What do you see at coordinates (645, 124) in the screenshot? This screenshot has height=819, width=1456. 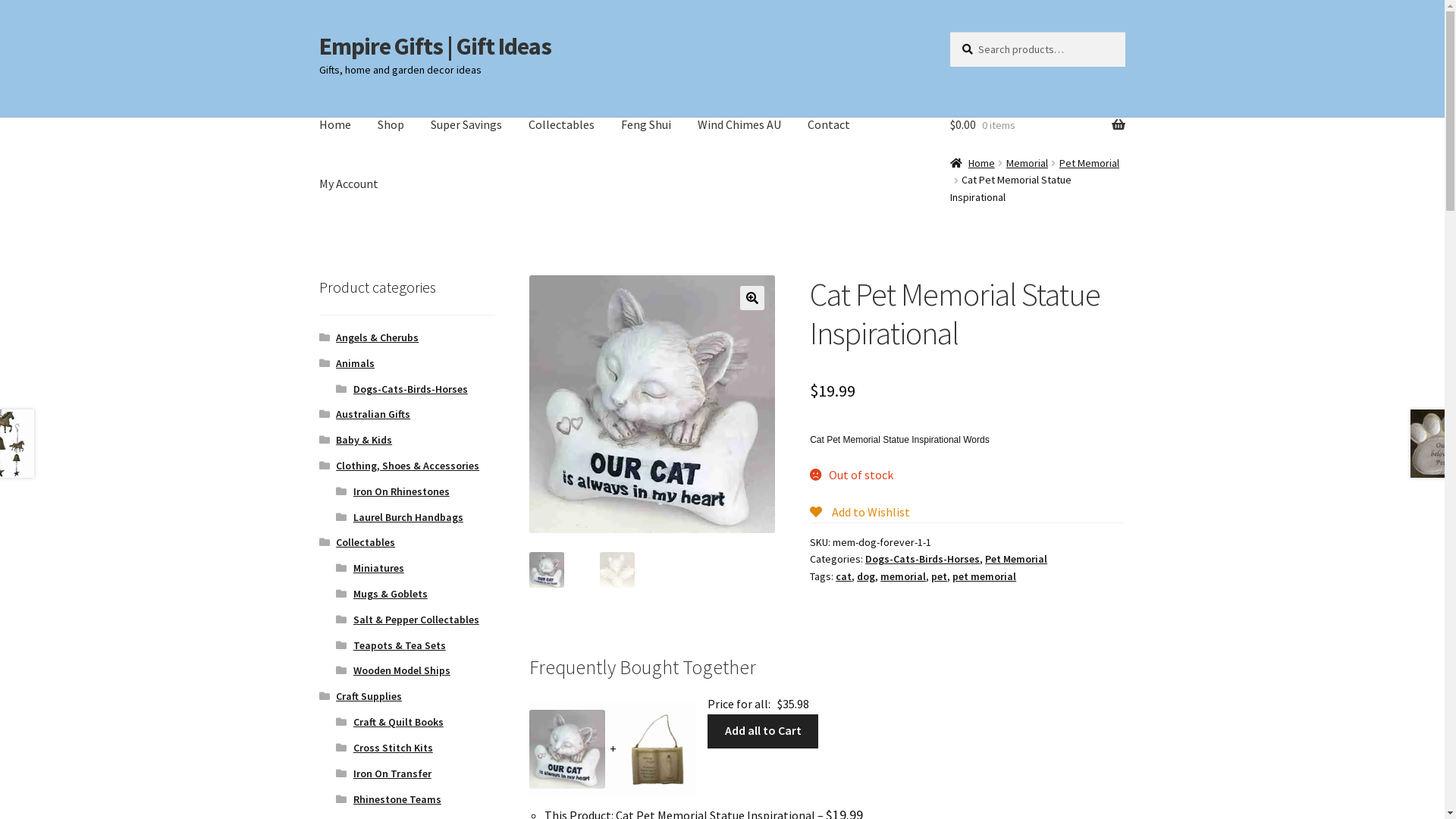 I see `'Feng Shui'` at bounding box center [645, 124].